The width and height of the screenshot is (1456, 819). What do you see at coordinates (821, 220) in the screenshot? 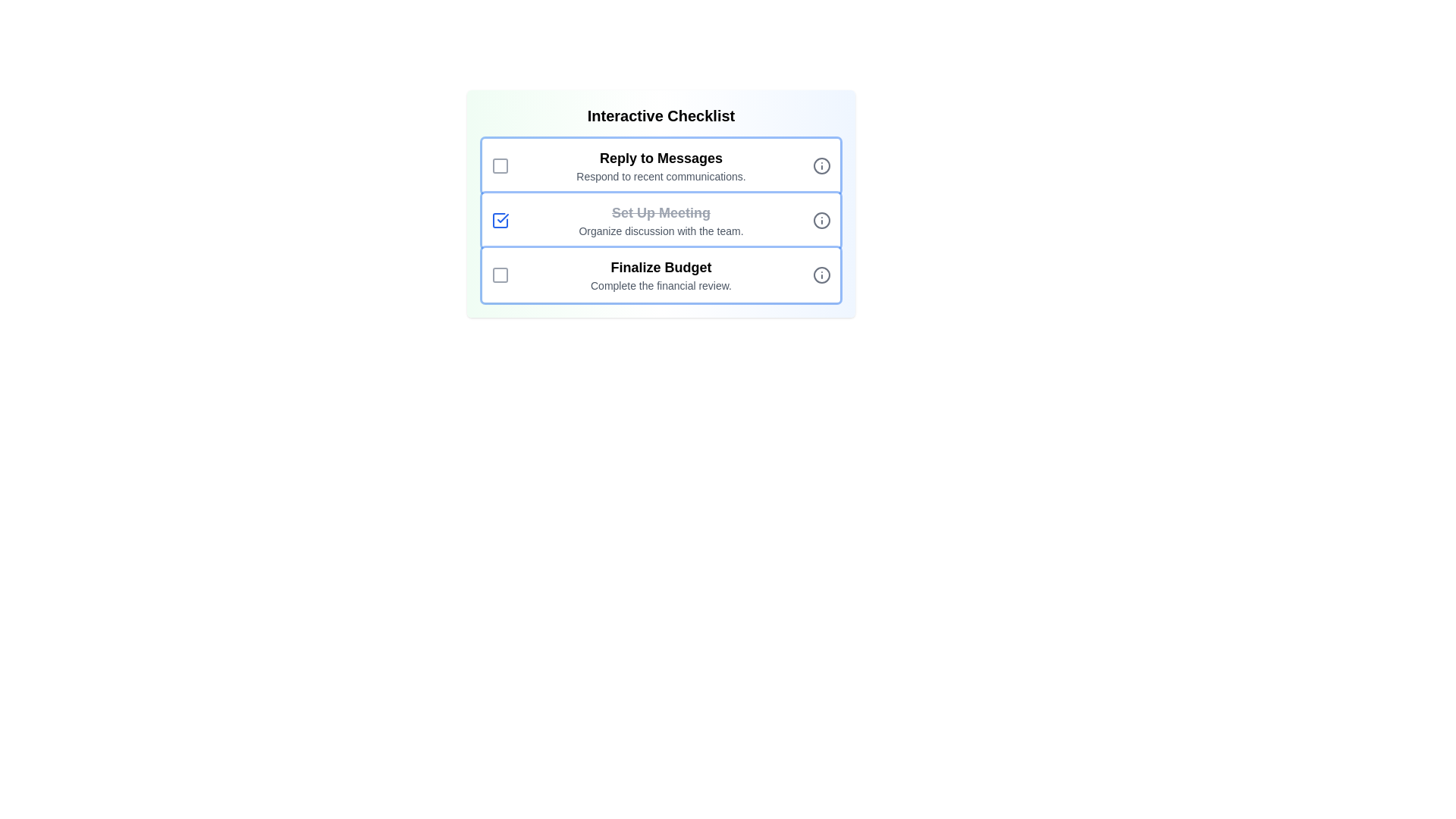
I see `the information icon next to the task Set Up Meeting` at bounding box center [821, 220].